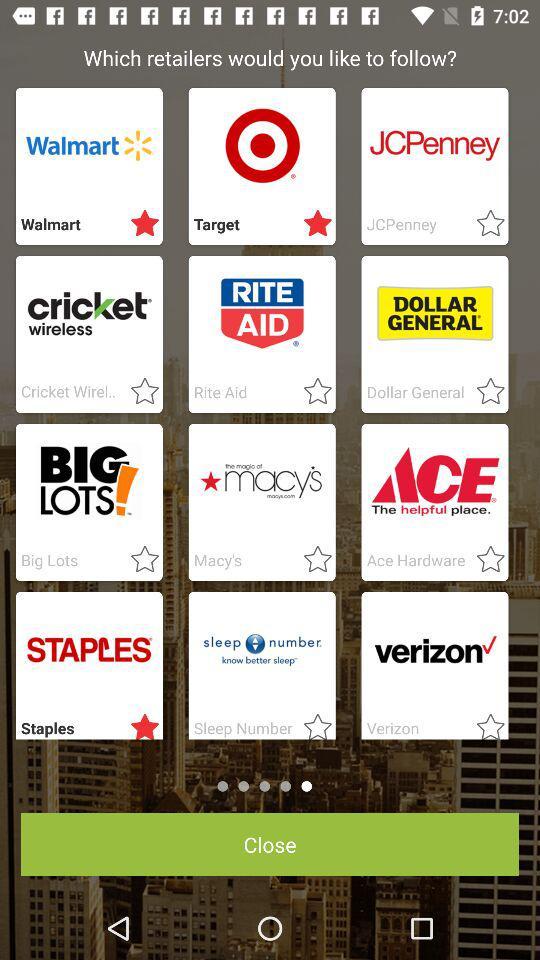 The image size is (540, 960). I want to click on ratings, so click(312, 224).